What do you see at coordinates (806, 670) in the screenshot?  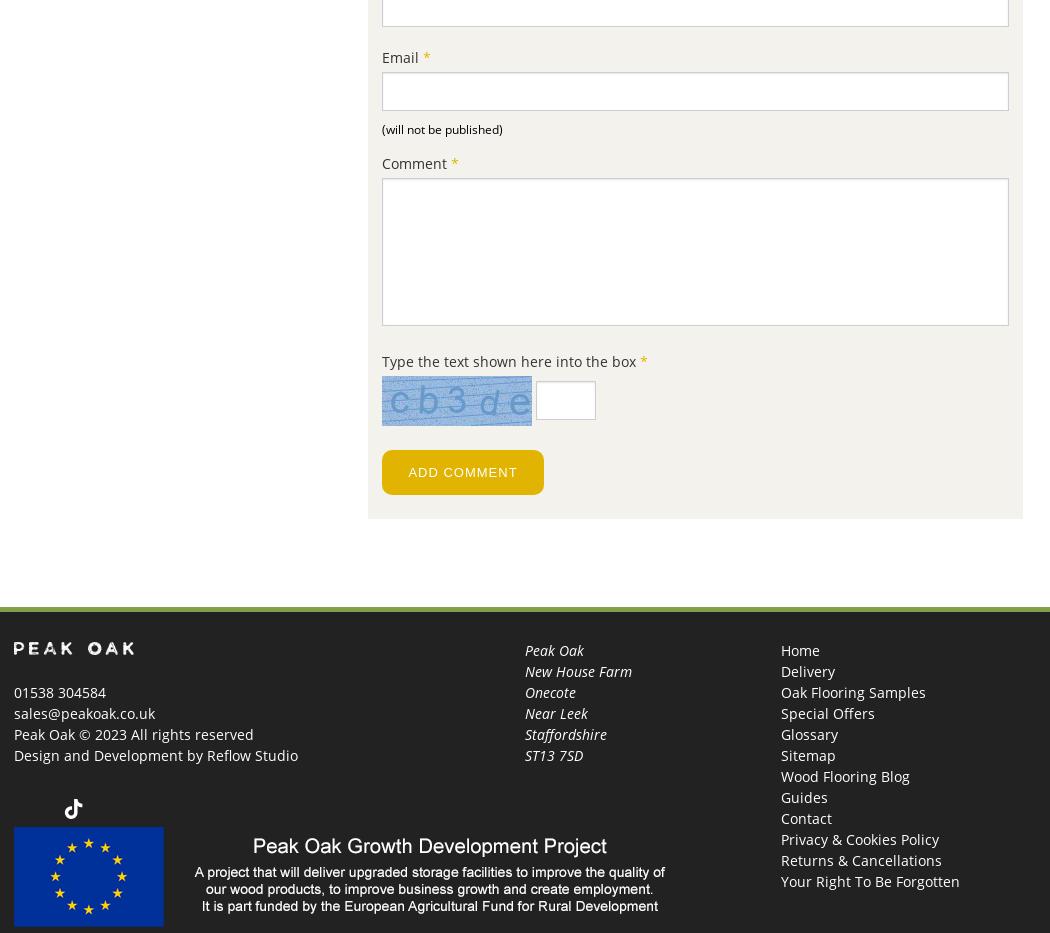 I see `'Delivery'` at bounding box center [806, 670].